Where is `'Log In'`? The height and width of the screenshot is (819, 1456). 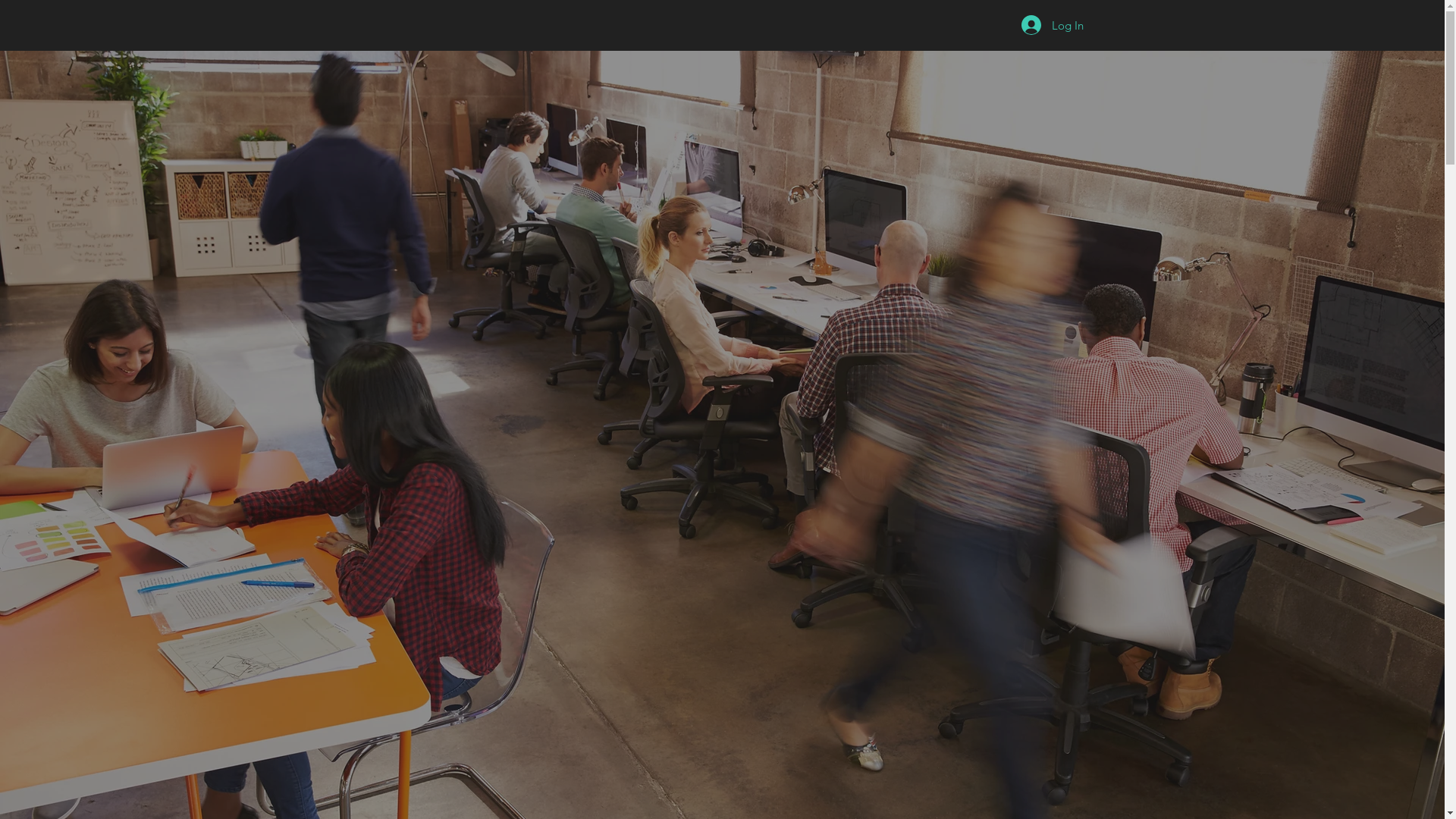 'Log In' is located at coordinates (1051, 25).